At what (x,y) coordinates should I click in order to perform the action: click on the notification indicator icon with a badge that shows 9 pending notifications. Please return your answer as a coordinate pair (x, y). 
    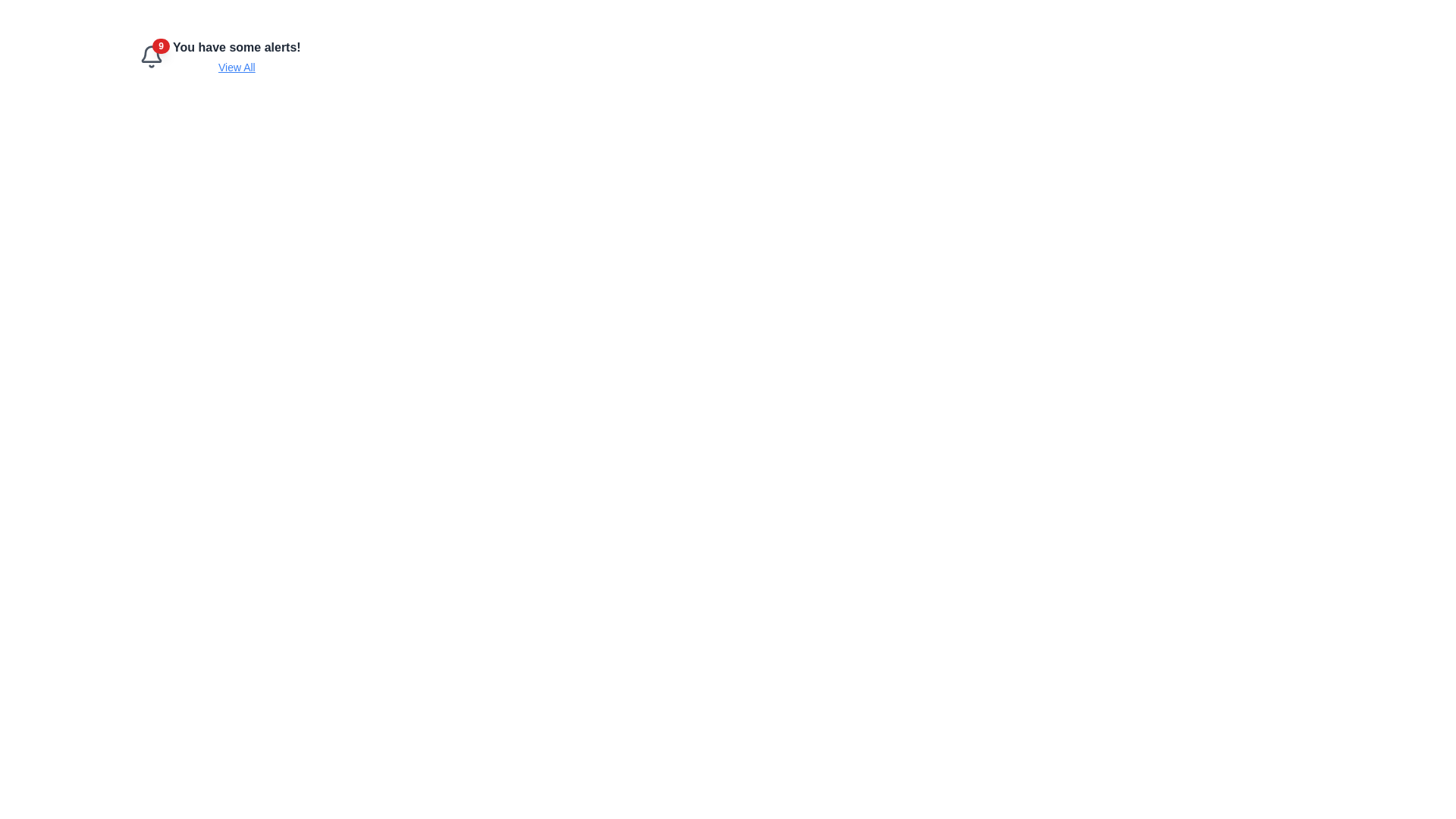
    Looking at the image, I should click on (152, 55).